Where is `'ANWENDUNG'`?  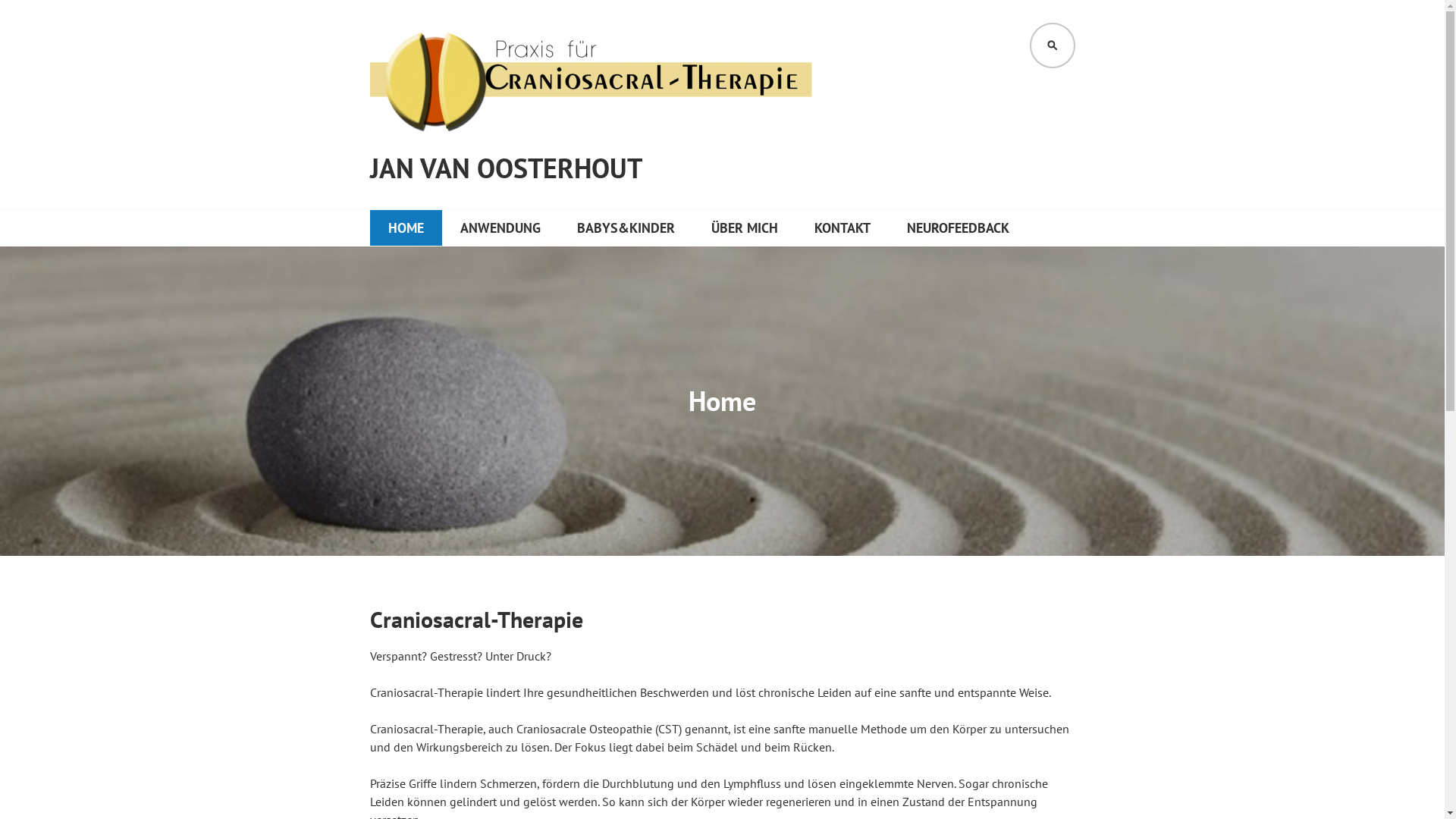
'ANWENDUNG' is located at coordinates (499, 227).